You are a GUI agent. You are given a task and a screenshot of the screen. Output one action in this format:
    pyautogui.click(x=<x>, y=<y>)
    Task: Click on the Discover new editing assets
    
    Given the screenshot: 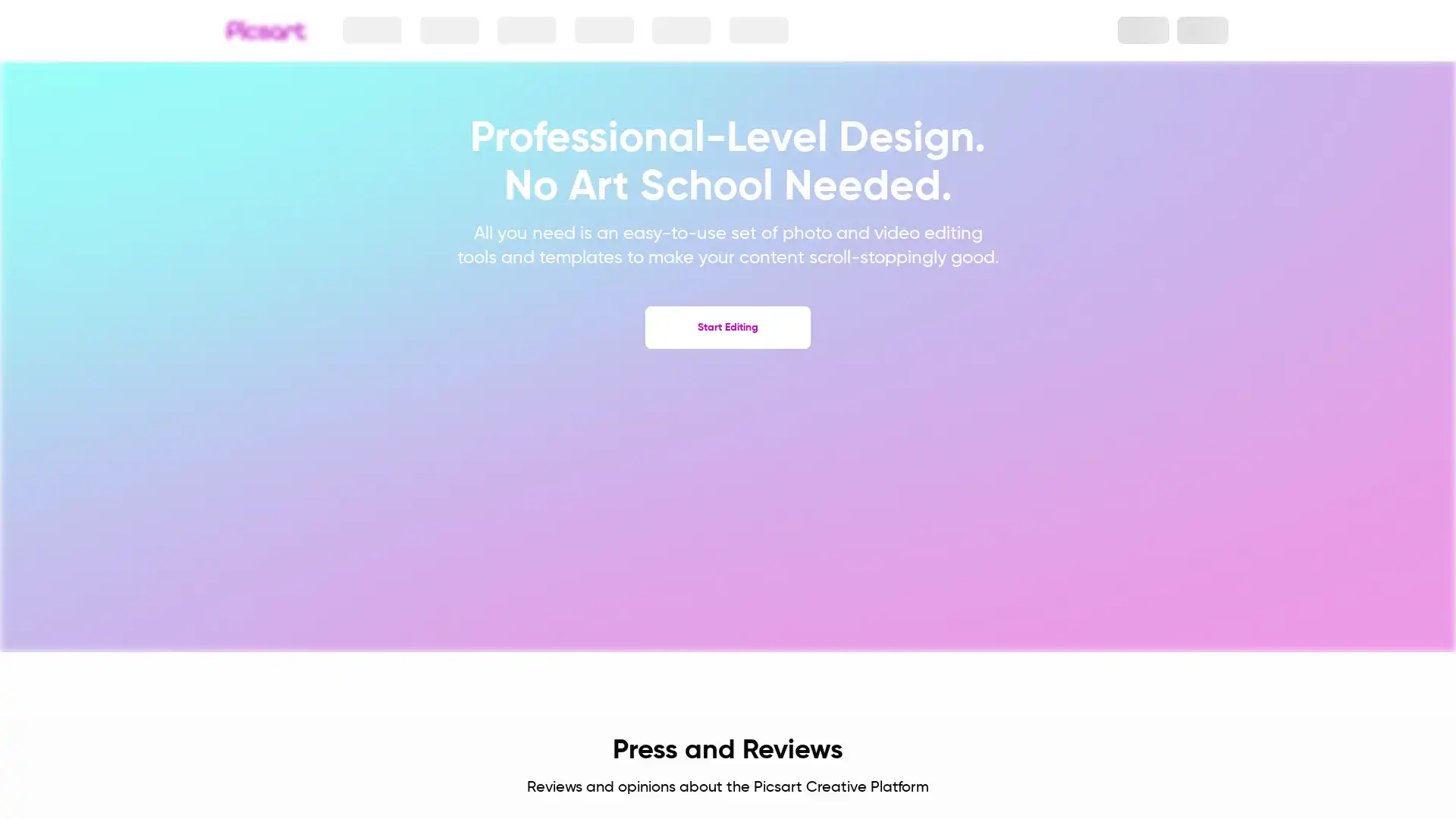 What is the action you would take?
    pyautogui.click(x=676, y=30)
    